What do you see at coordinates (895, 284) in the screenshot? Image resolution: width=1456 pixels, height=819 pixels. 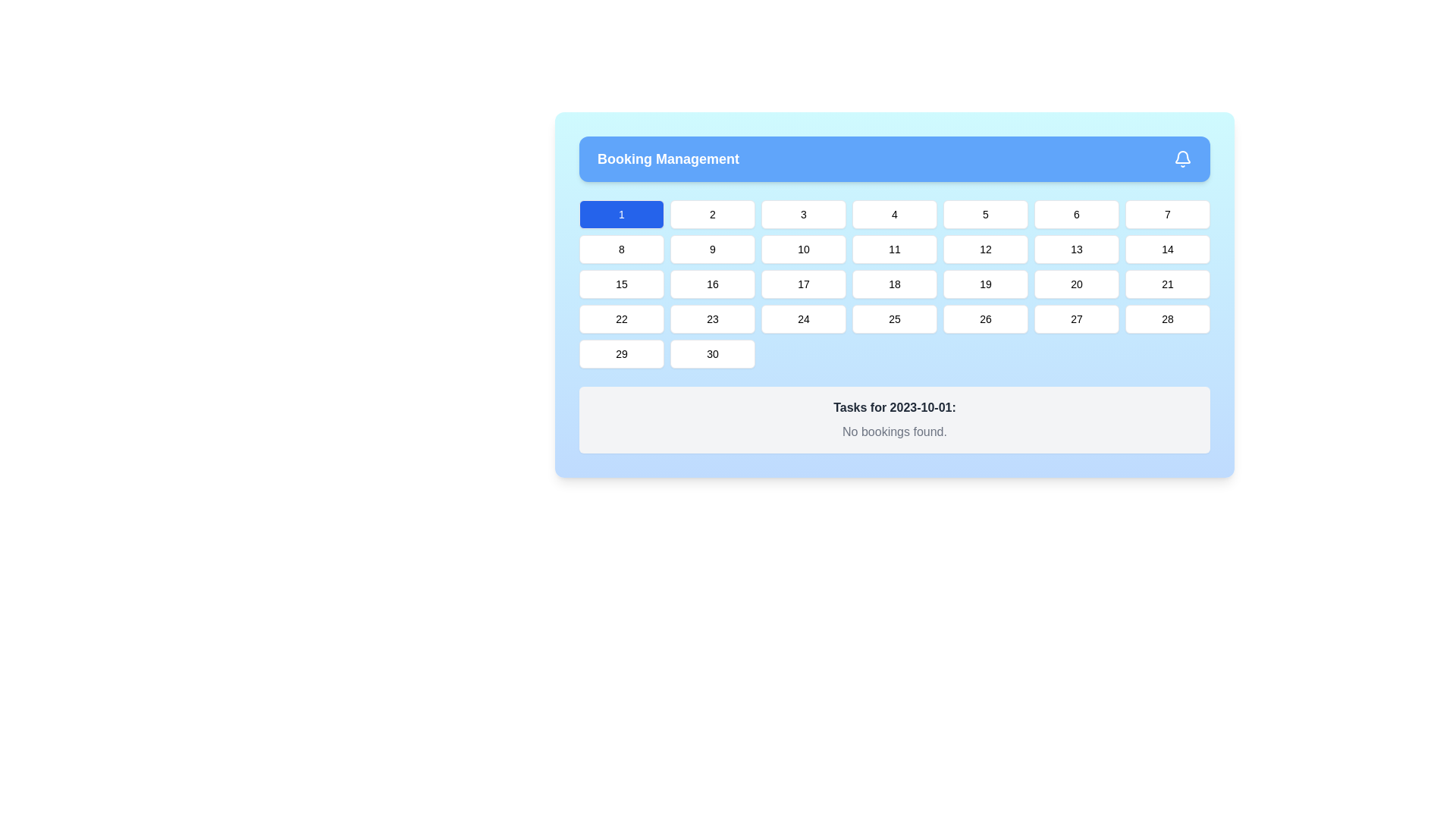 I see `the button labeled '18' in the interactive calendar grid located under 'Booking Management'` at bounding box center [895, 284].